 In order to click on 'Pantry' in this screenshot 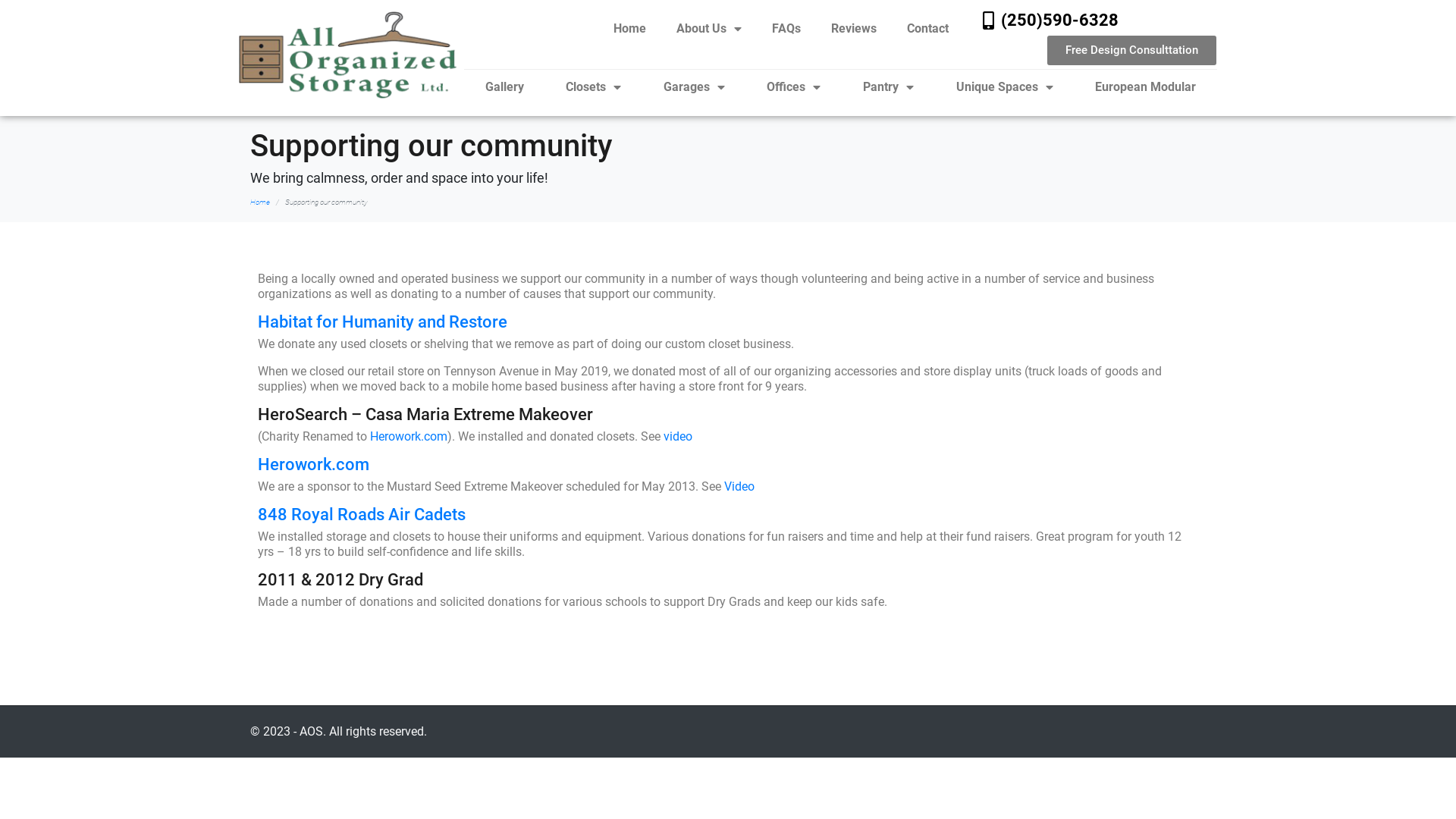, I will do `click(888, 87)`.